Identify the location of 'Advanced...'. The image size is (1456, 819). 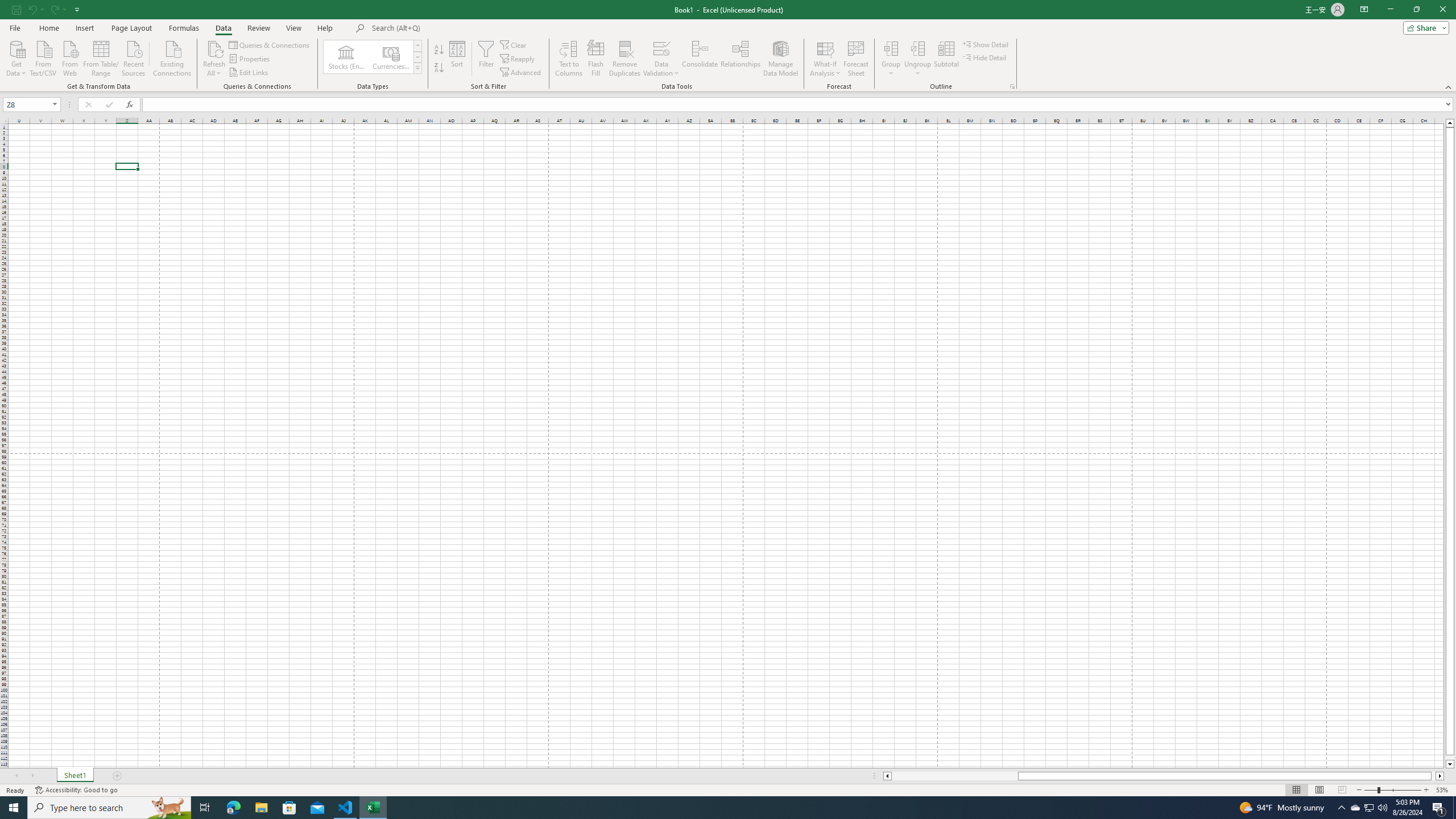
(521, 72).